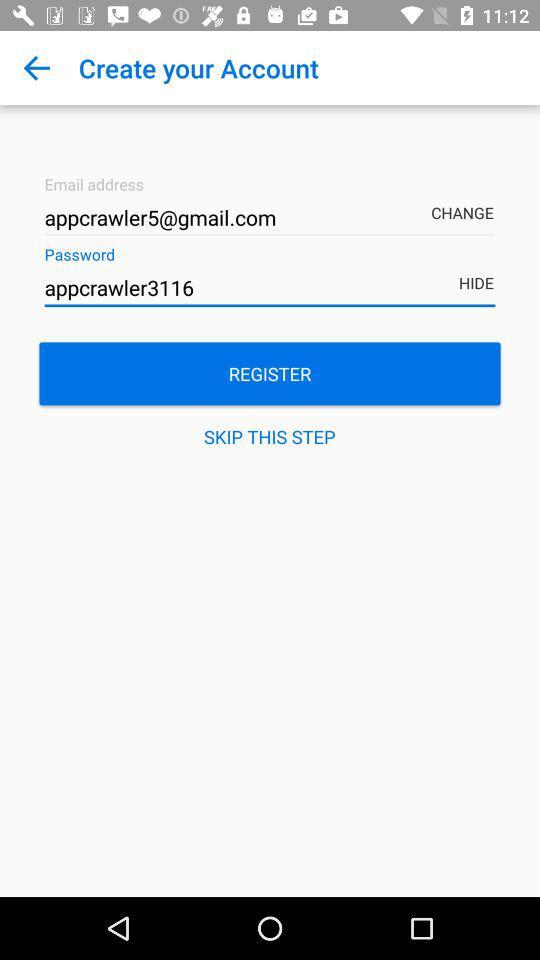 Image resolution: width=540 pixels, height=960 pixels. Describe the element at coordinates (478, 268) in the screenshot. I see `hide item` at that location.